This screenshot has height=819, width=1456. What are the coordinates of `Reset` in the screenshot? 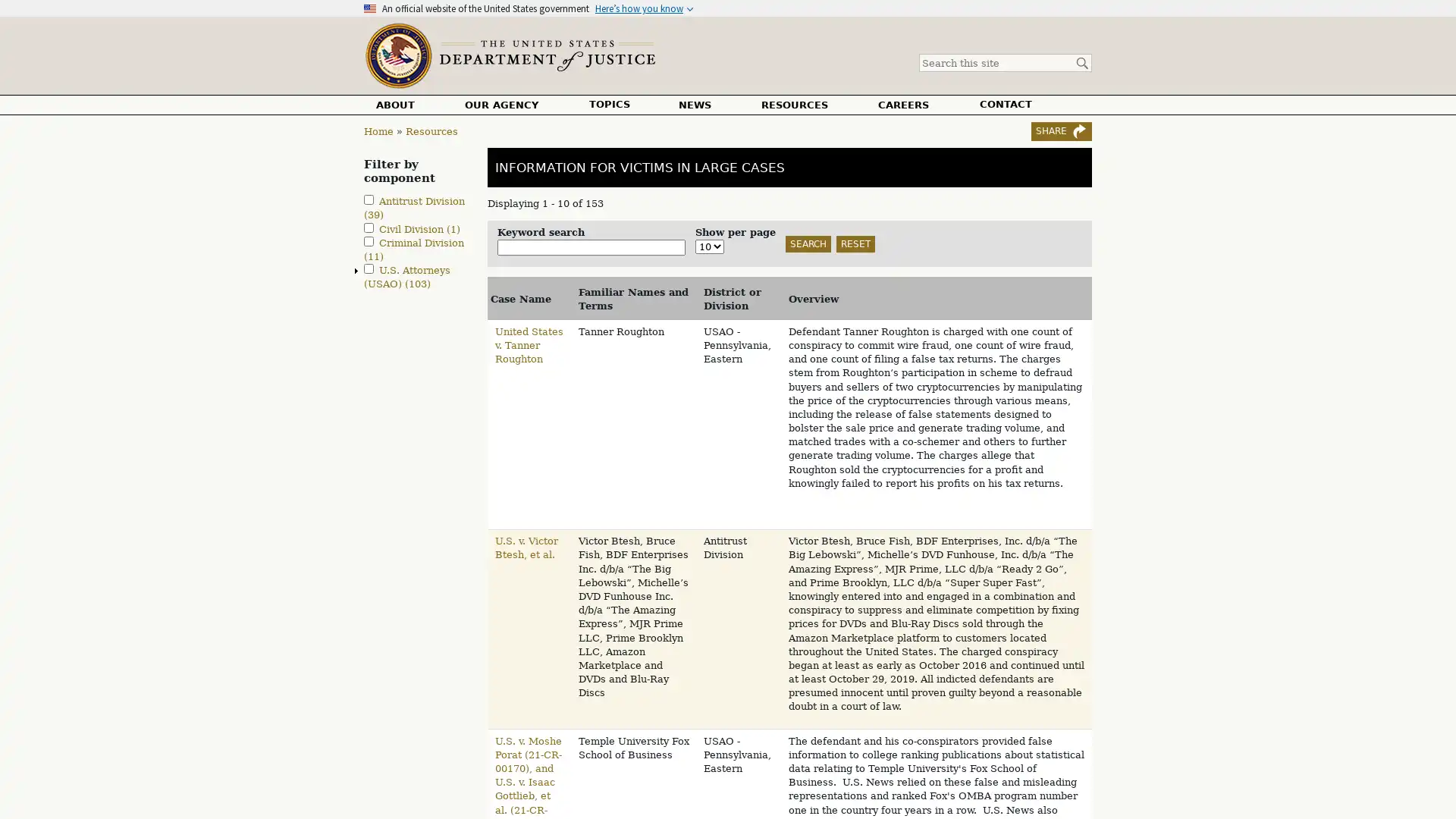 It's located at (855, 242).